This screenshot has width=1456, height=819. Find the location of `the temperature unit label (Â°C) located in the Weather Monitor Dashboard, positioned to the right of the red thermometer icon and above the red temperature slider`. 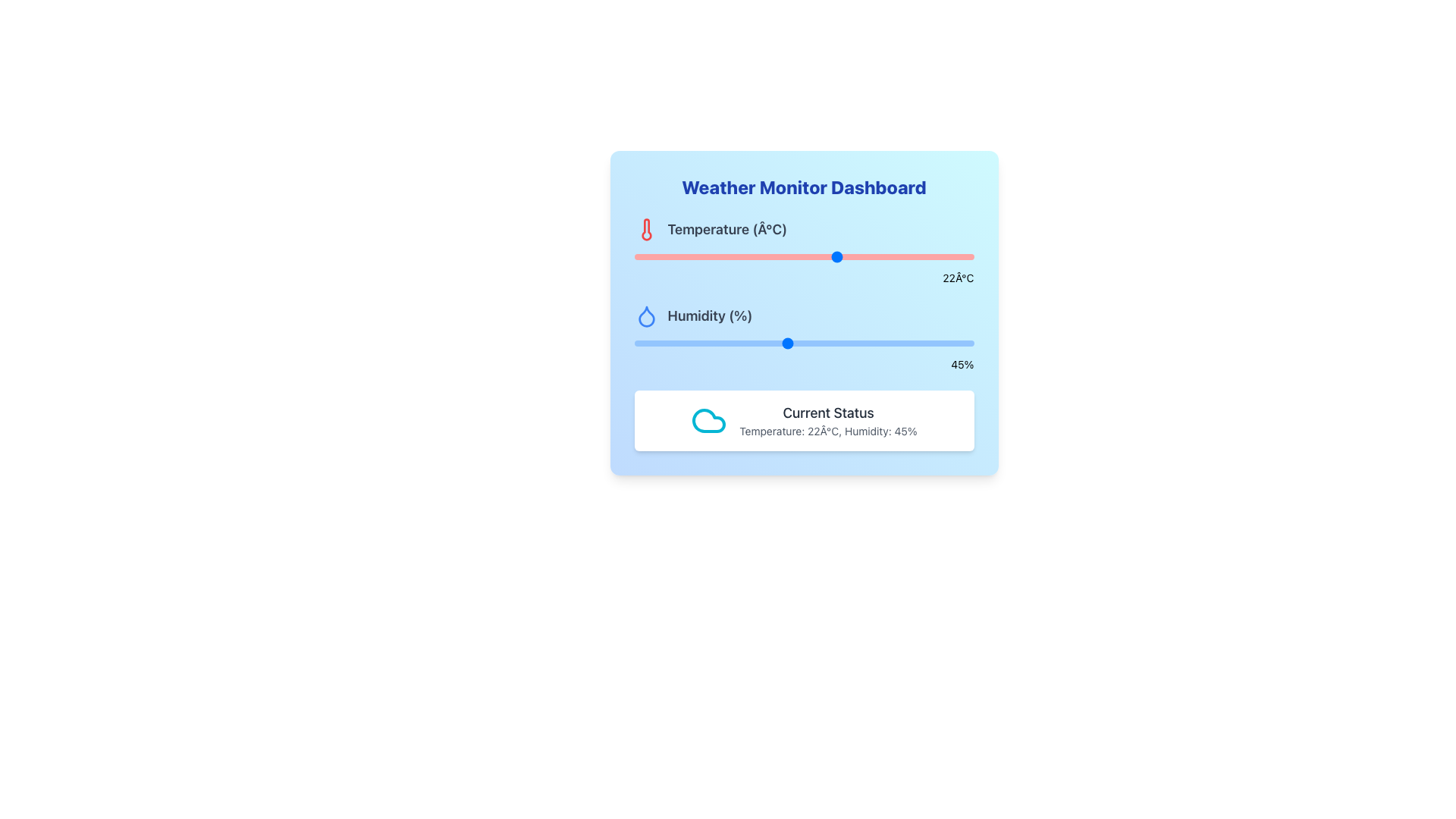

the temperature unit label (Â°C) located in the Weather Monitor Dashboard, positioned to the right of the red thermometer icon and above the red temperature slider is located at coordinates (726, 230).